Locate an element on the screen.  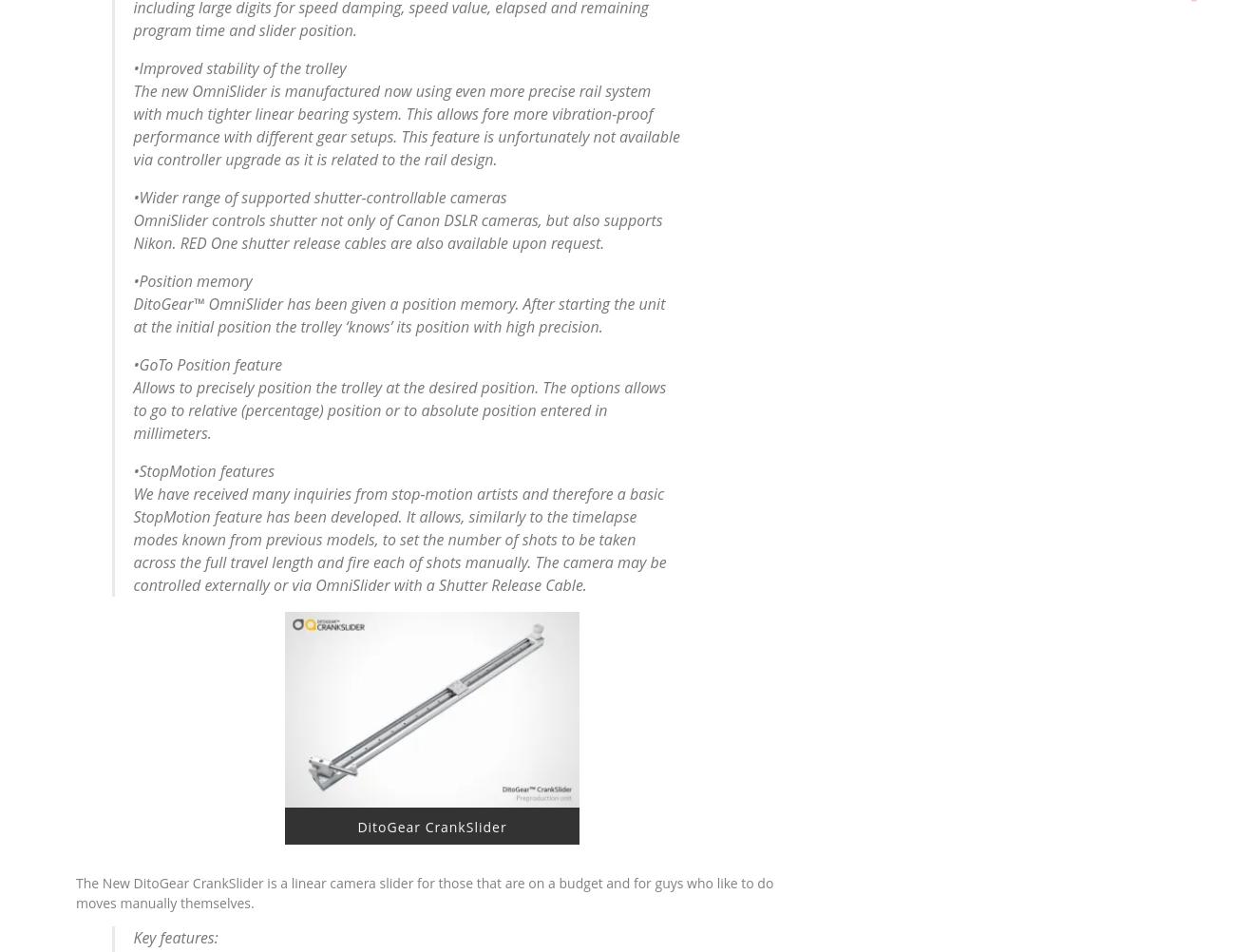
'•Wider range of supported shutter-controllable cameras' is located at coordinates (318, 198).